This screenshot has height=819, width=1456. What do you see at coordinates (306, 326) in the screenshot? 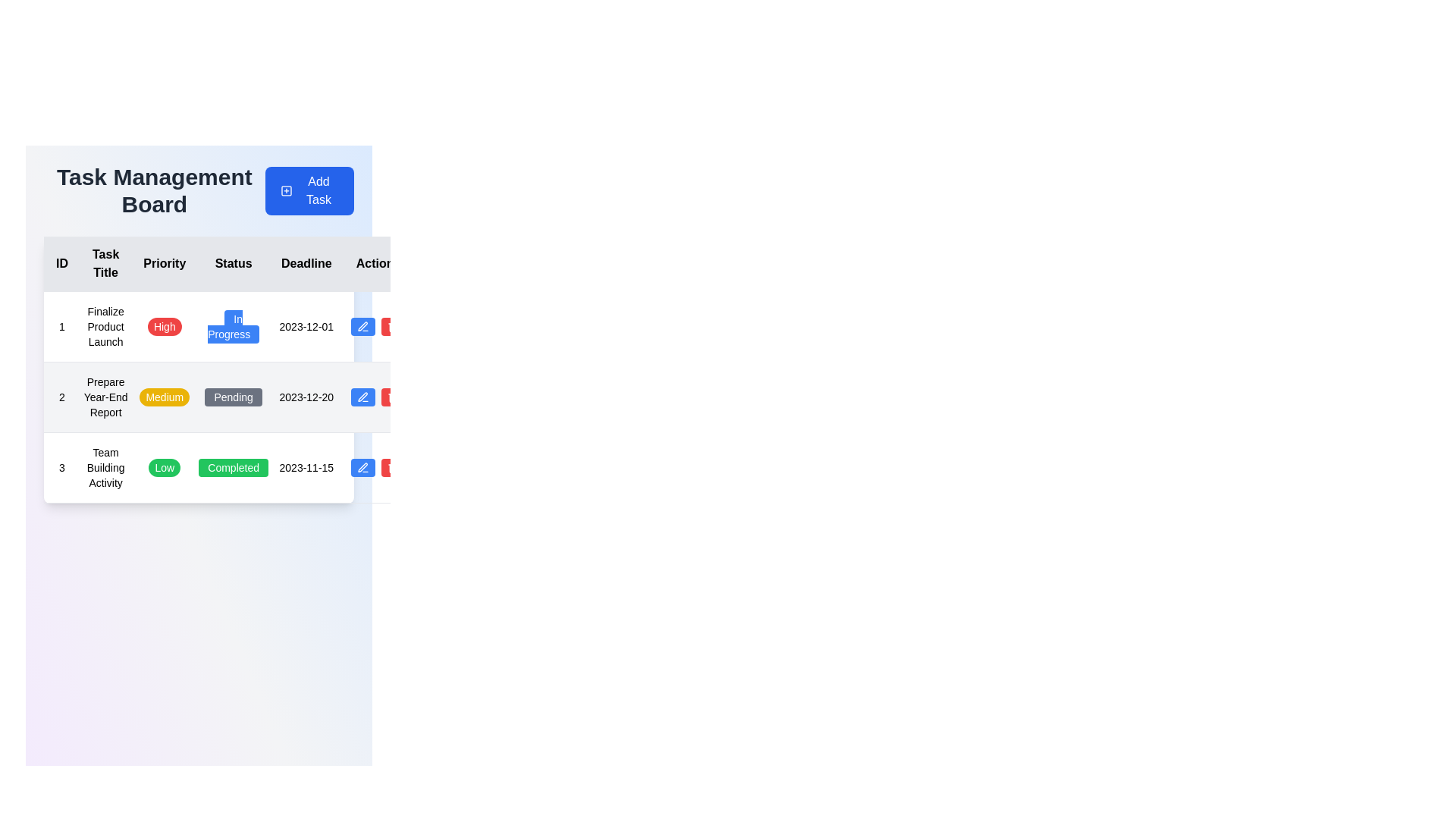
I see `the text label displaying the date '2023-12-01' in the 'Deadline' column of the task 'Finalize Product Launch'` at bounding box center [306, 326].